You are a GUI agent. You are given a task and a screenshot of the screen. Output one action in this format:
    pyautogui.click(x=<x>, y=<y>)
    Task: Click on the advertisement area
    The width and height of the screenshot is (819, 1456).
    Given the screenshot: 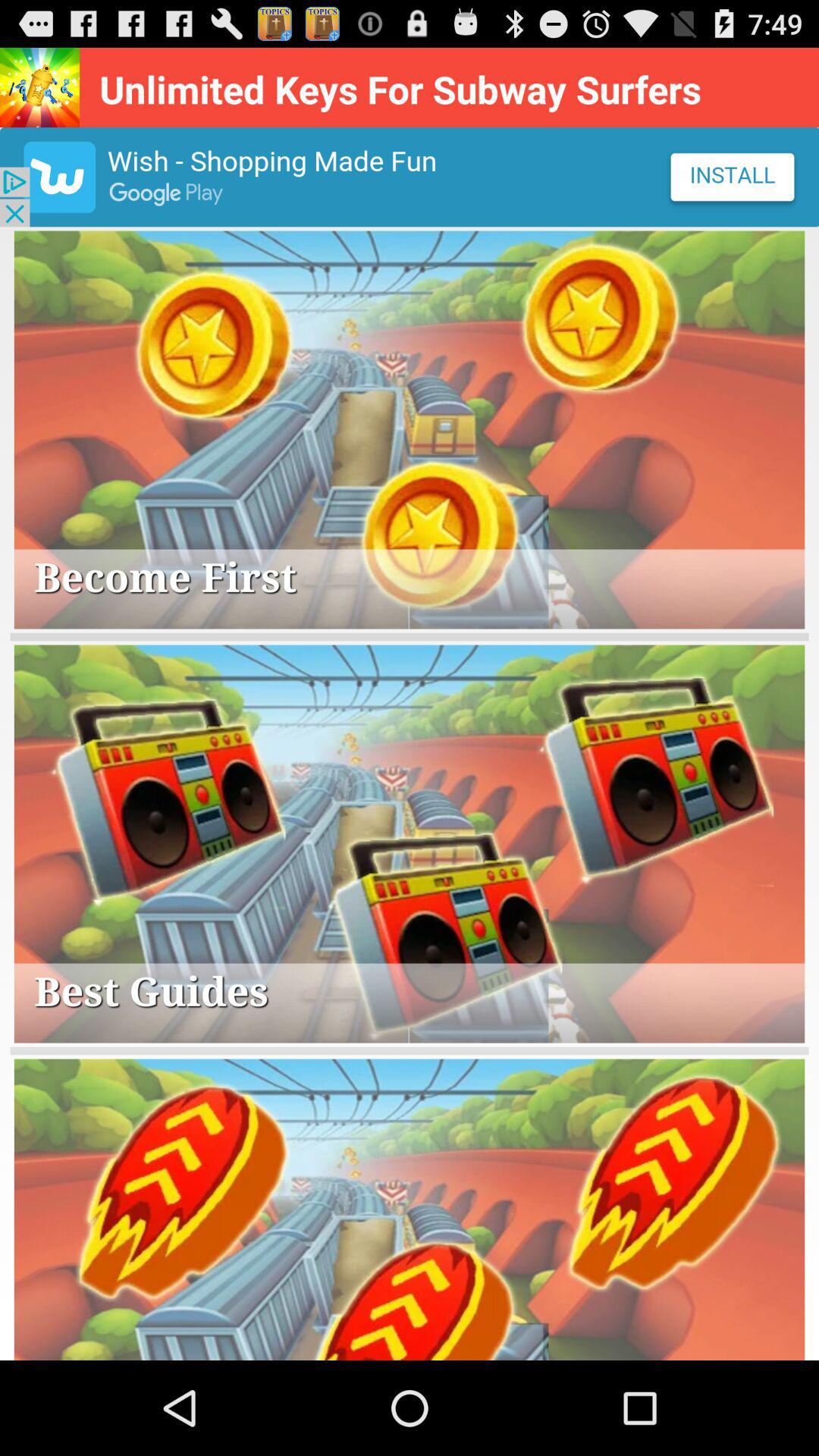 What is the action you would take?
    pyautogui.click(x=409, y=177)
    